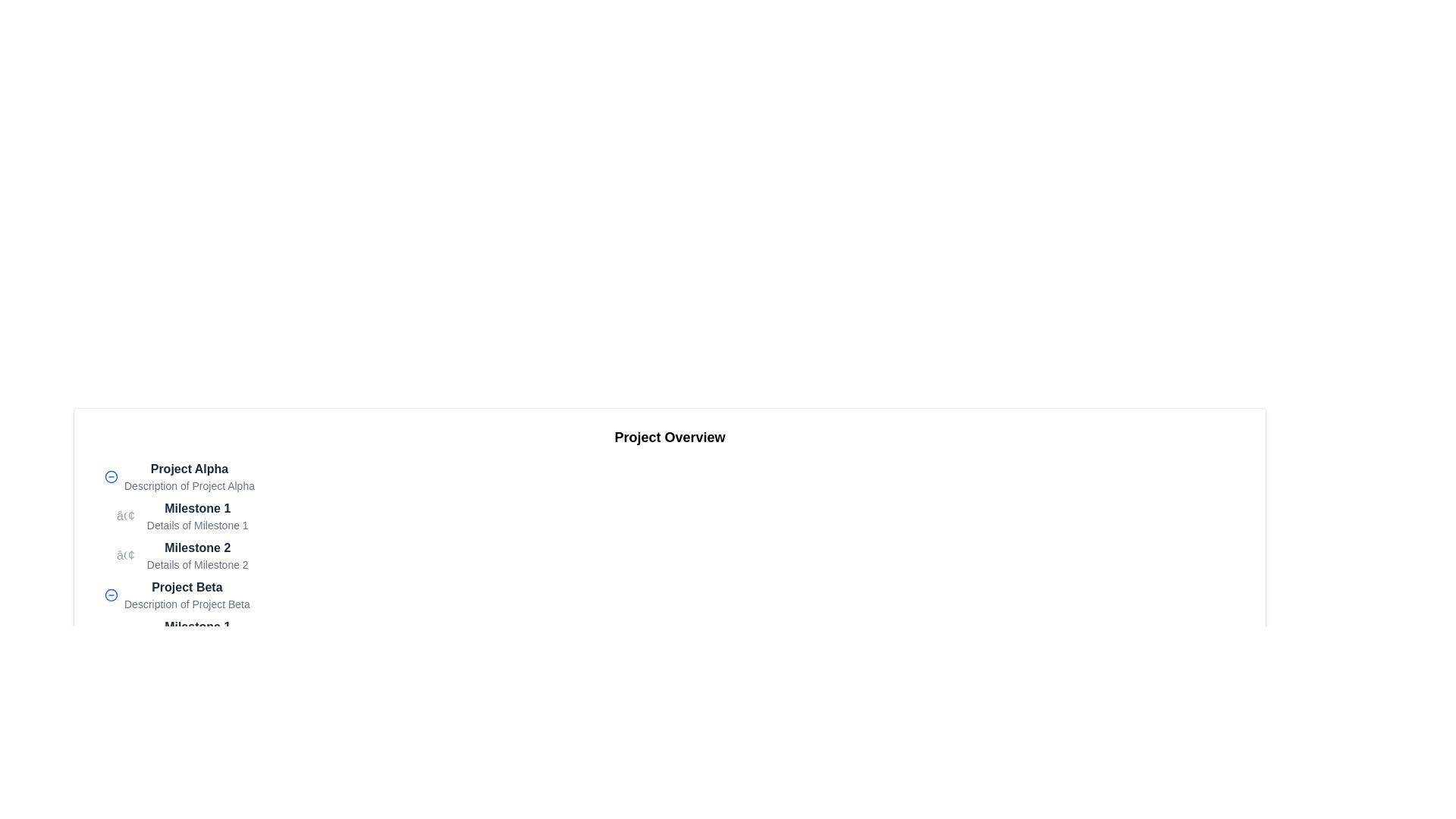  What do you see at coordinates (196, 516) in the screenshot?
I see `the Multiline labeled text element that displays 'Milestone 1' and 'Details of Milestone 1', located within the 'Project Alpha' group` at bounding box center [196, 516].